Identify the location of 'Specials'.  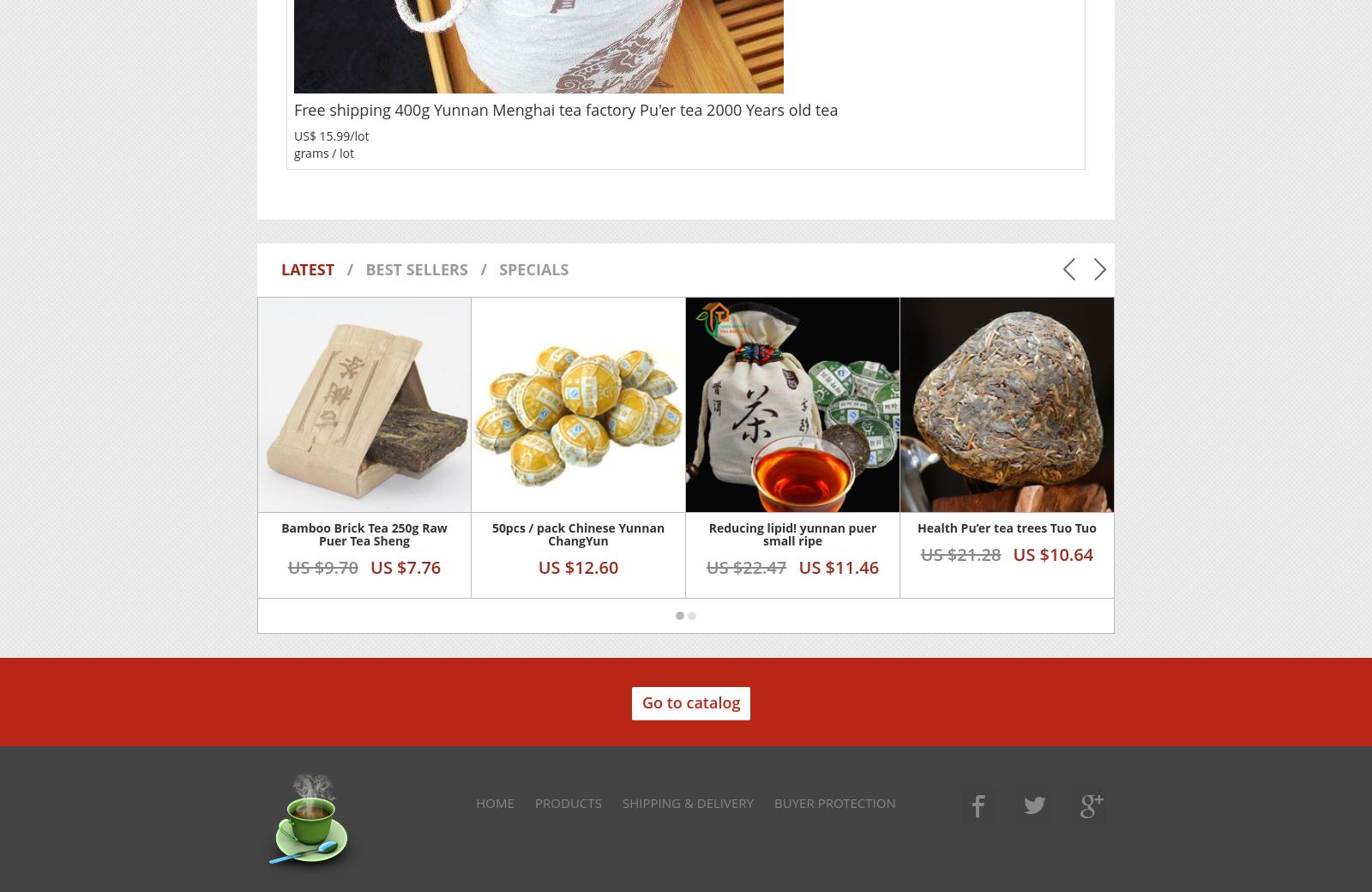
(498, 268).